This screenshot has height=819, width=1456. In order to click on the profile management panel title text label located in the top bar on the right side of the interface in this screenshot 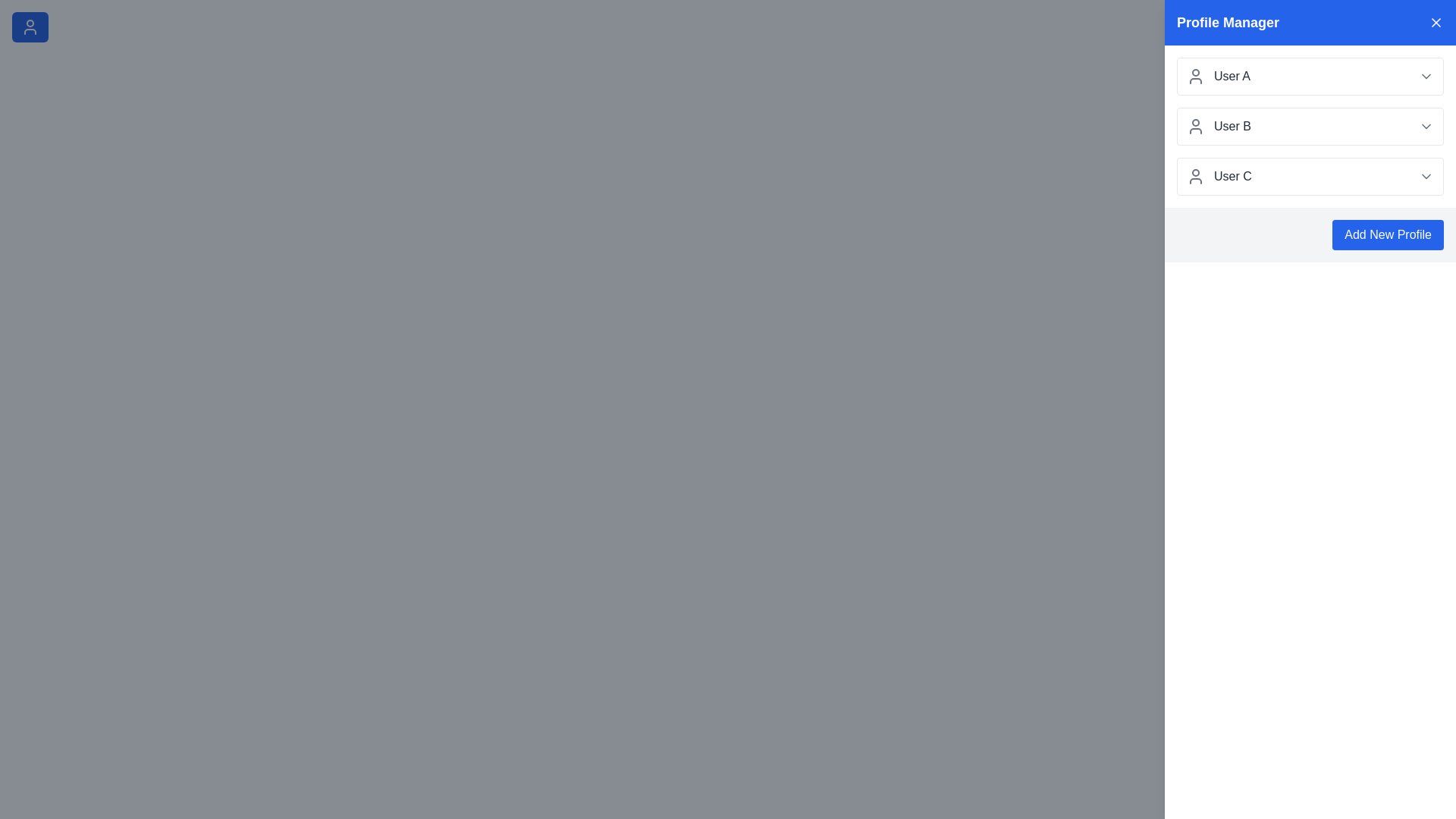, I will do `click(1227, 23)`.